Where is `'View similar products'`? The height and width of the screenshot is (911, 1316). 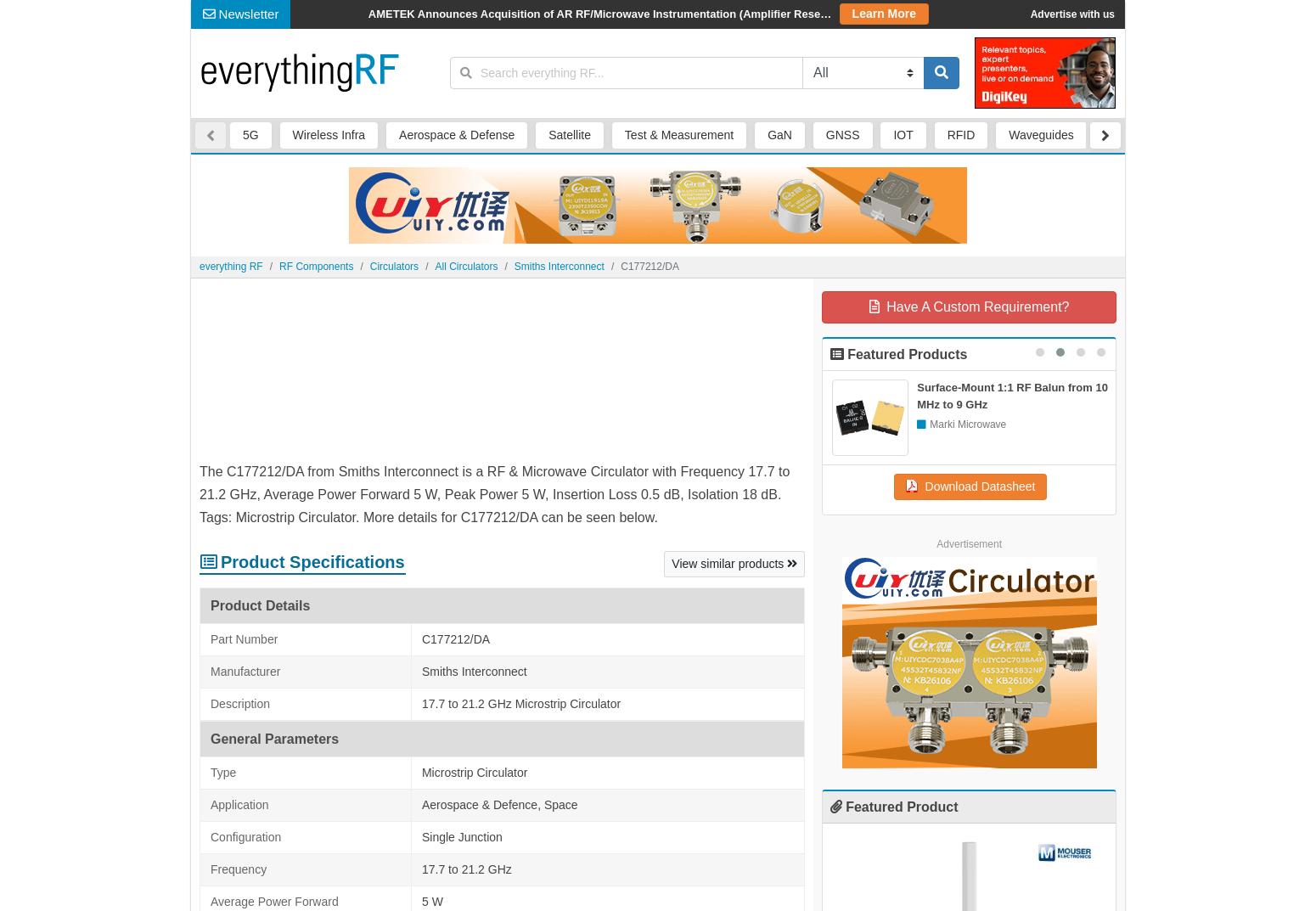
'View similar products' is located at coordinates (614, 148).